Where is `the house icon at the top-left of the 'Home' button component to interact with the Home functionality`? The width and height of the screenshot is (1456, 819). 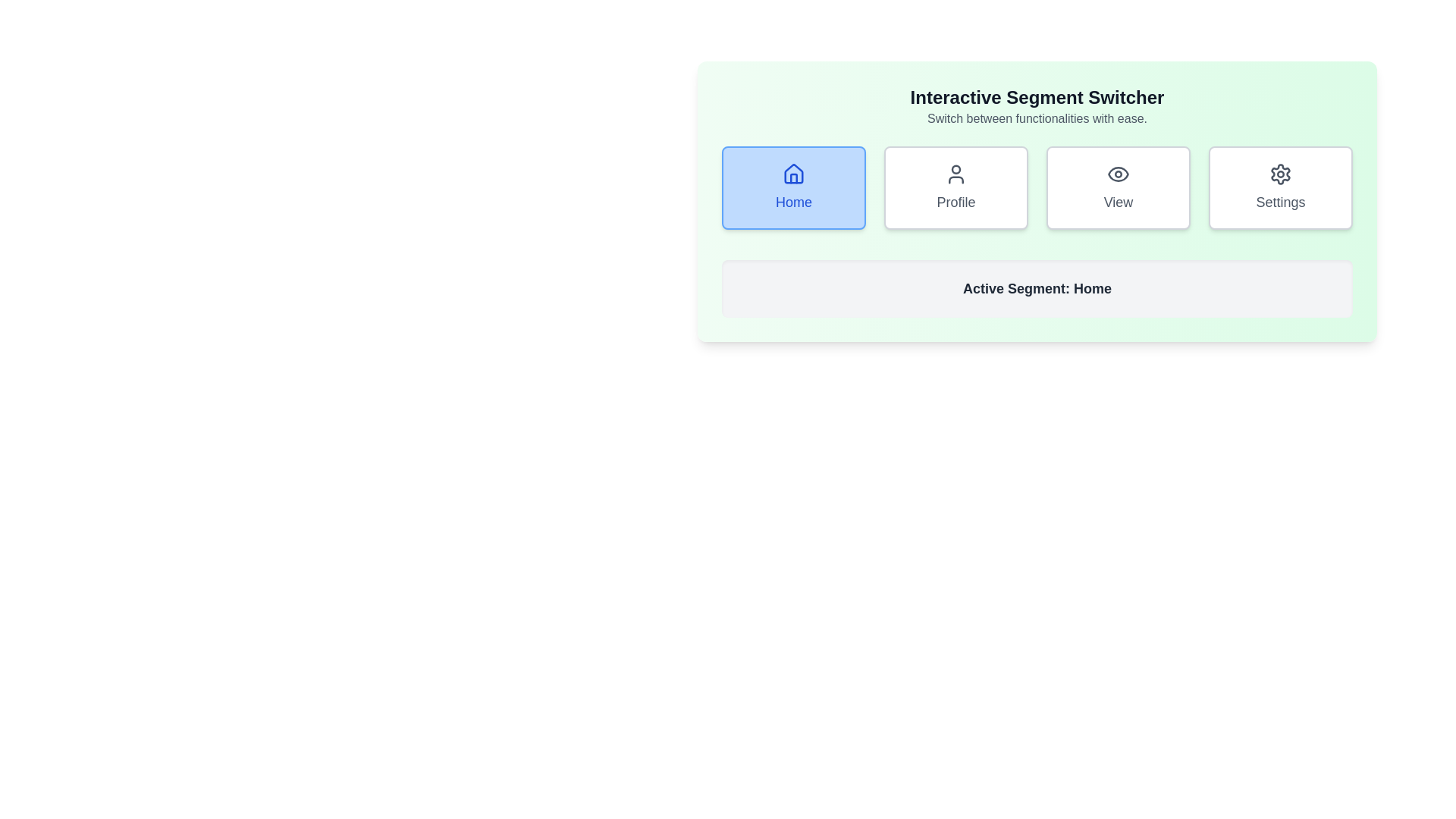 the house icon at the top-left of the 'Home' button component to interact with the Home functionality is located at coordinates (792, 174).